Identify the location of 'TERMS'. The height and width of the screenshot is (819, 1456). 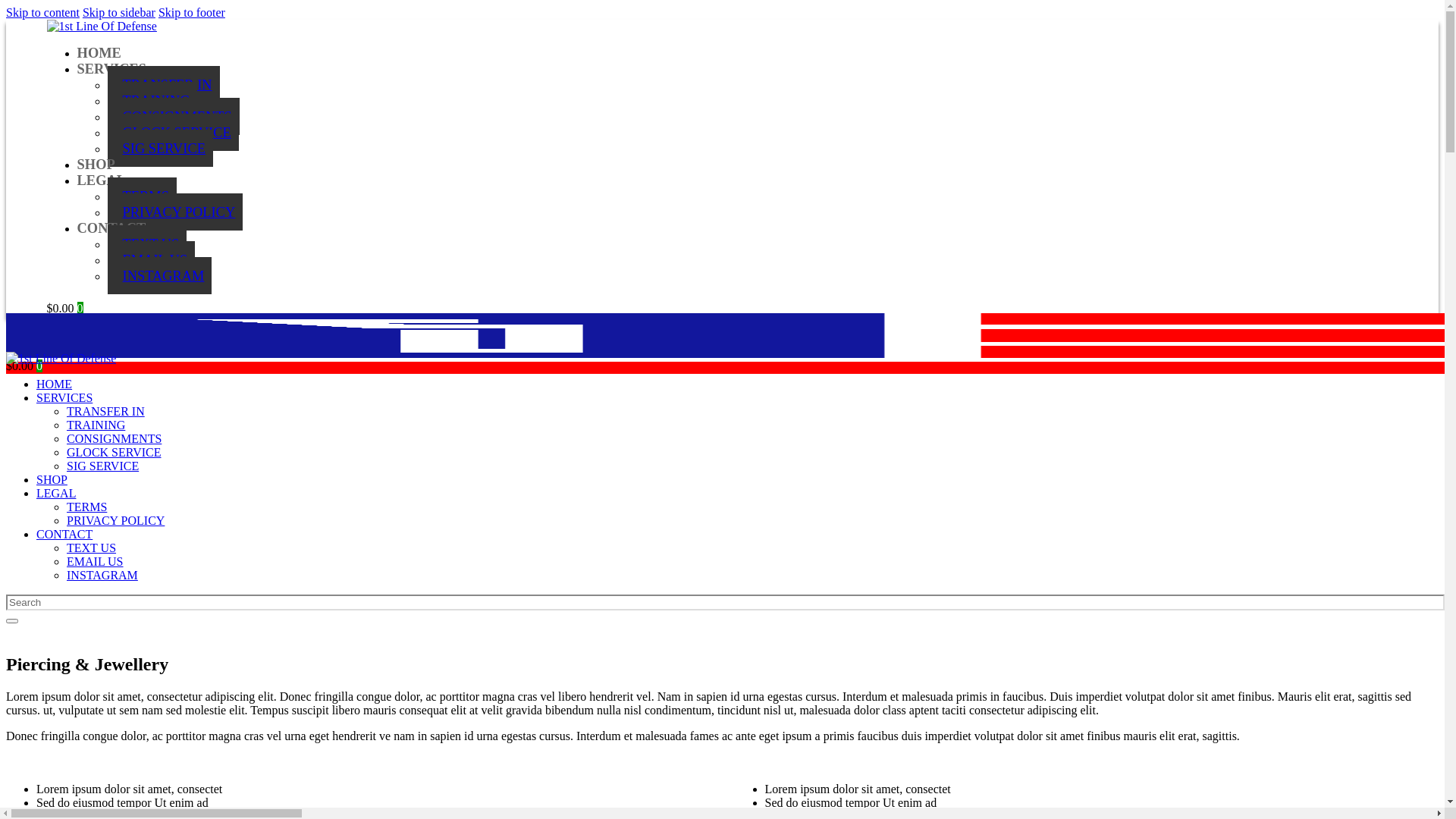
(142, 195).